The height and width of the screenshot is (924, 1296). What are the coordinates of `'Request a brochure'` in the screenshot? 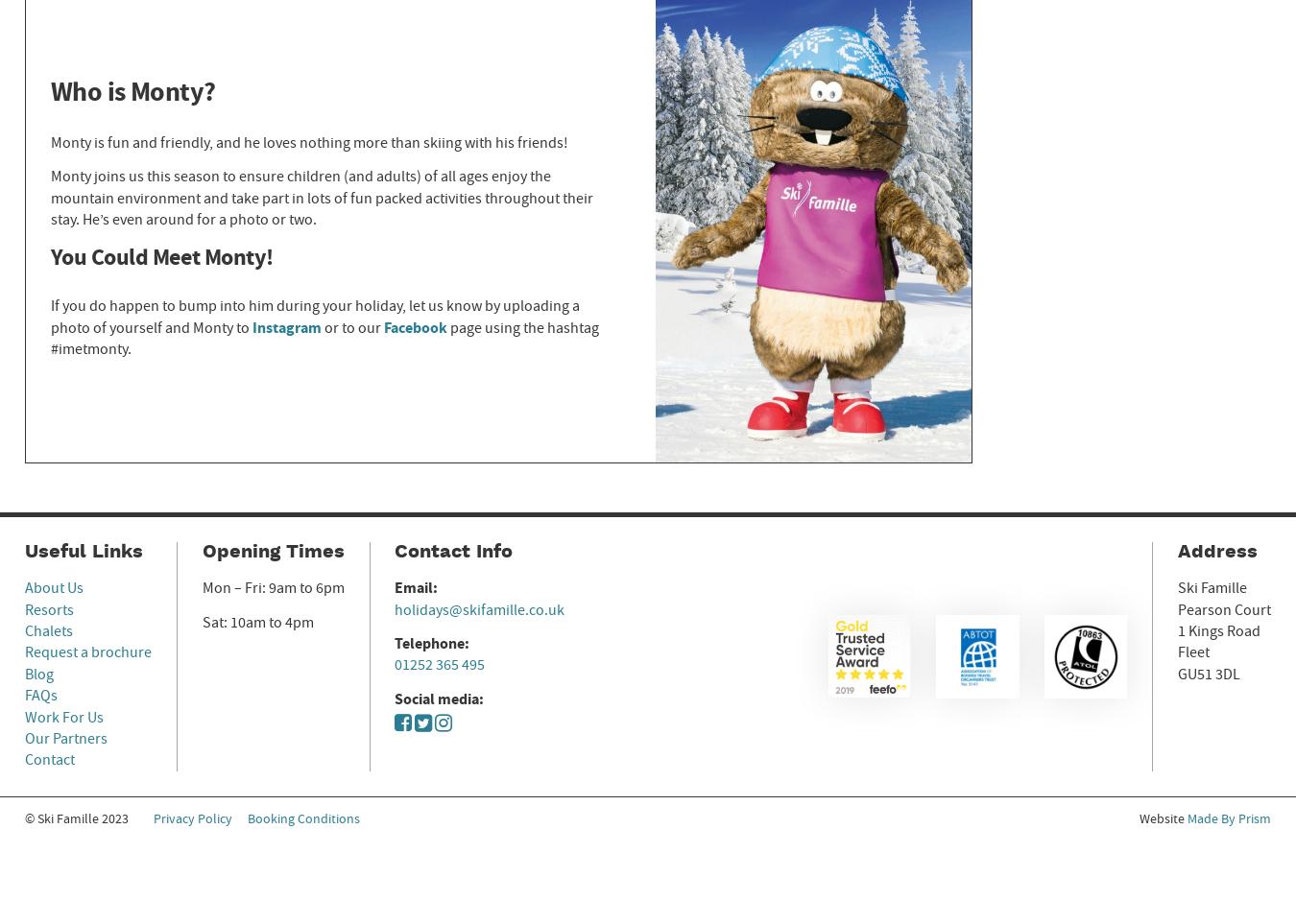 It's located at (85, 652).